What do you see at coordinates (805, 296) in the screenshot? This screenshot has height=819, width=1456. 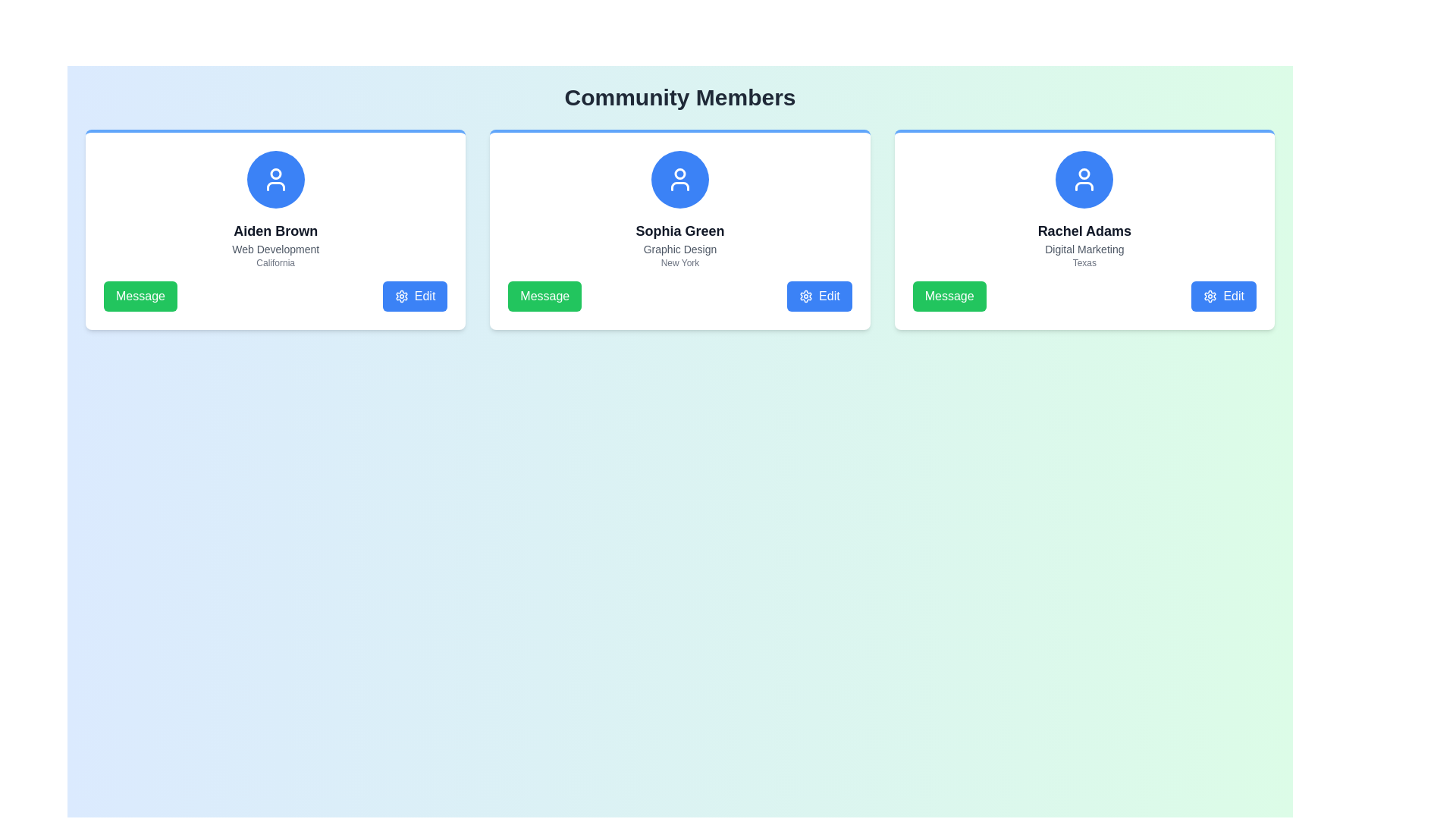 I see `the settings icon resembling a cogwheel located in the 'Edit' button area below the profile card of 'Sophia Green'` at bounding box center [805, 296].